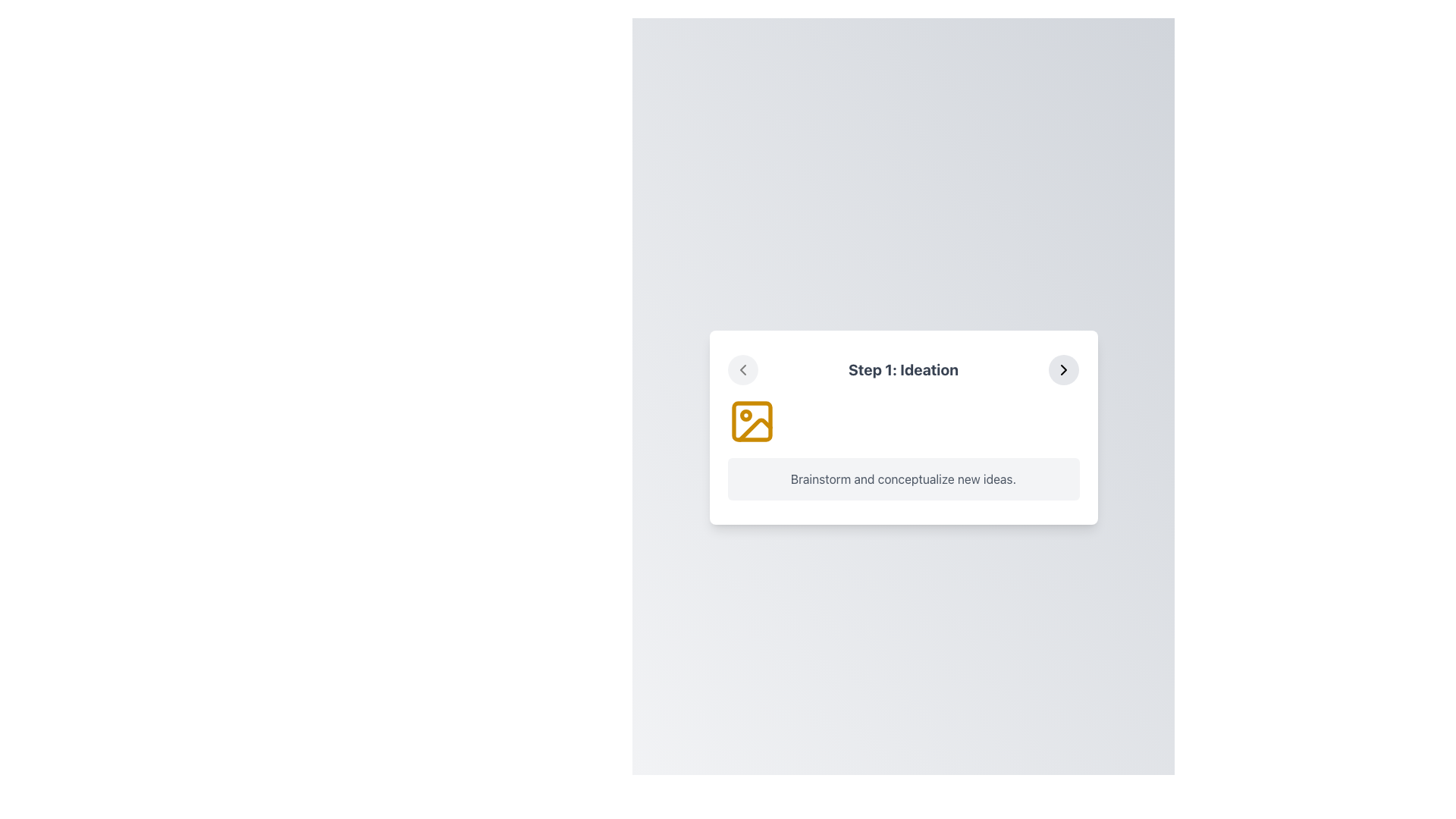  Describe the element at coordinates (1063, 370) in the screenshot. I see `the rightmost navigation button` at that location.